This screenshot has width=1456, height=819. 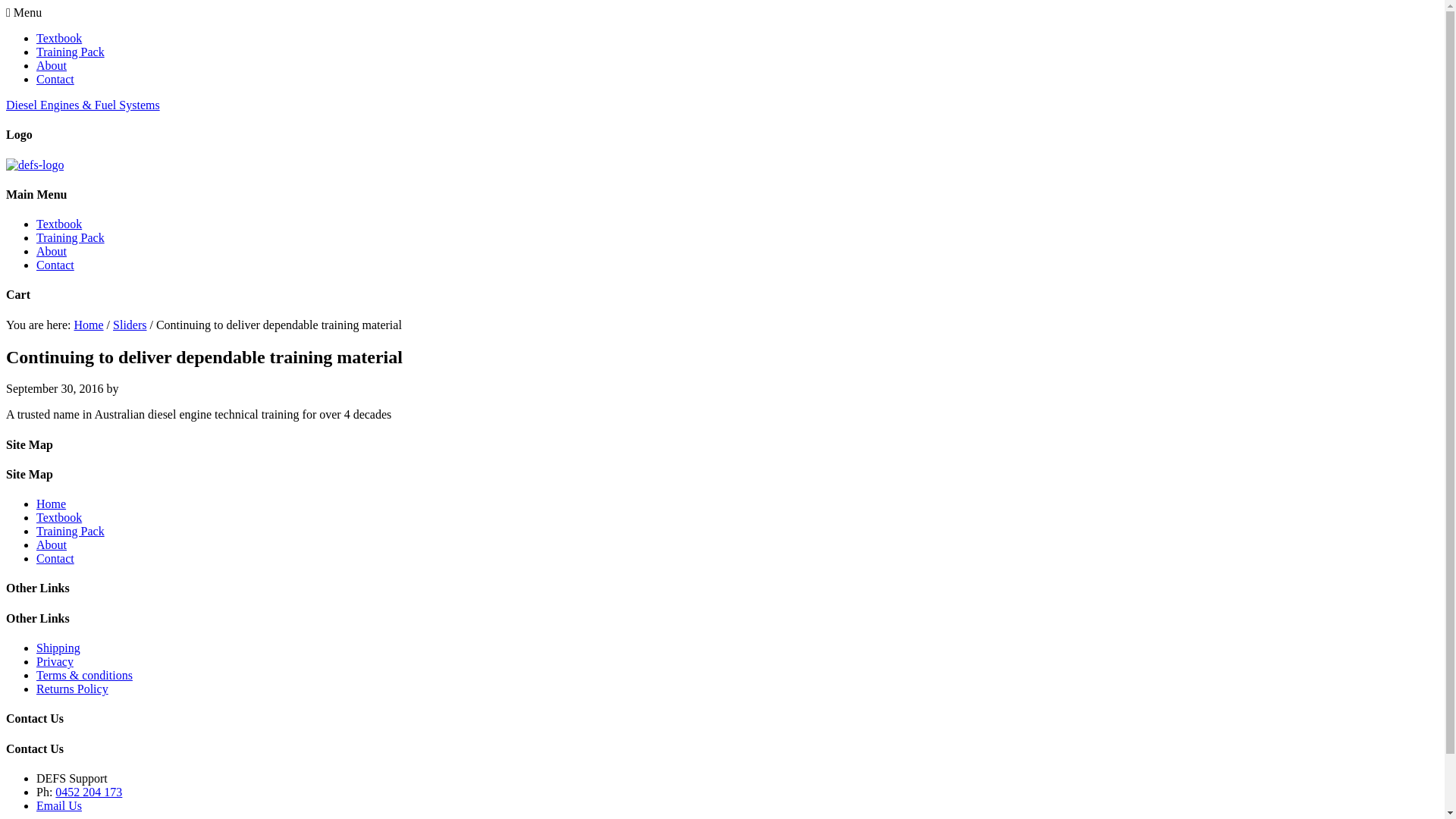 I want to click on 'Returns Policy', so click(x=36, y=689).